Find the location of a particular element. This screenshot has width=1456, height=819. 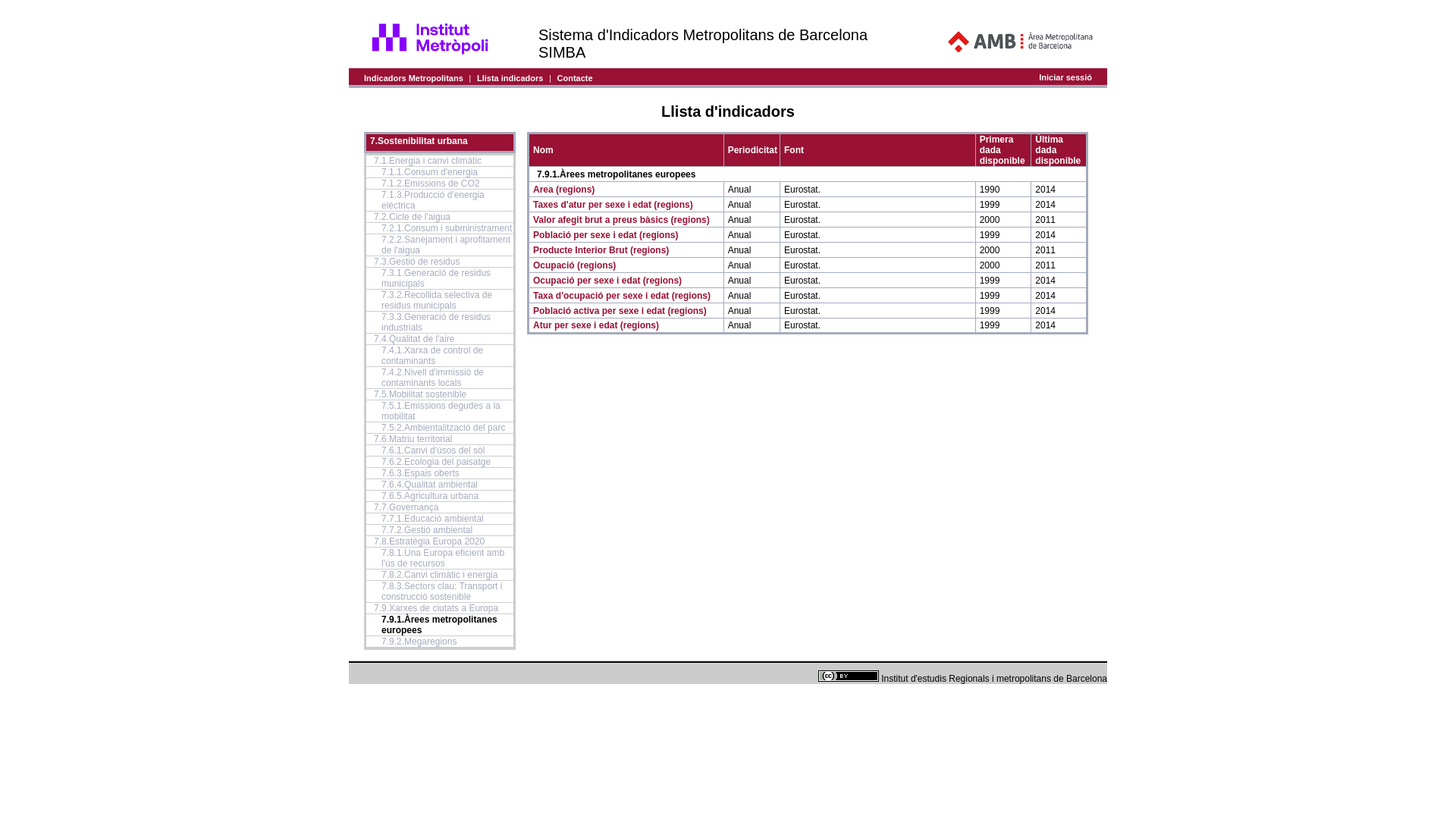

'7.6.Matriu territorial' is located at coordinates (413, 438).